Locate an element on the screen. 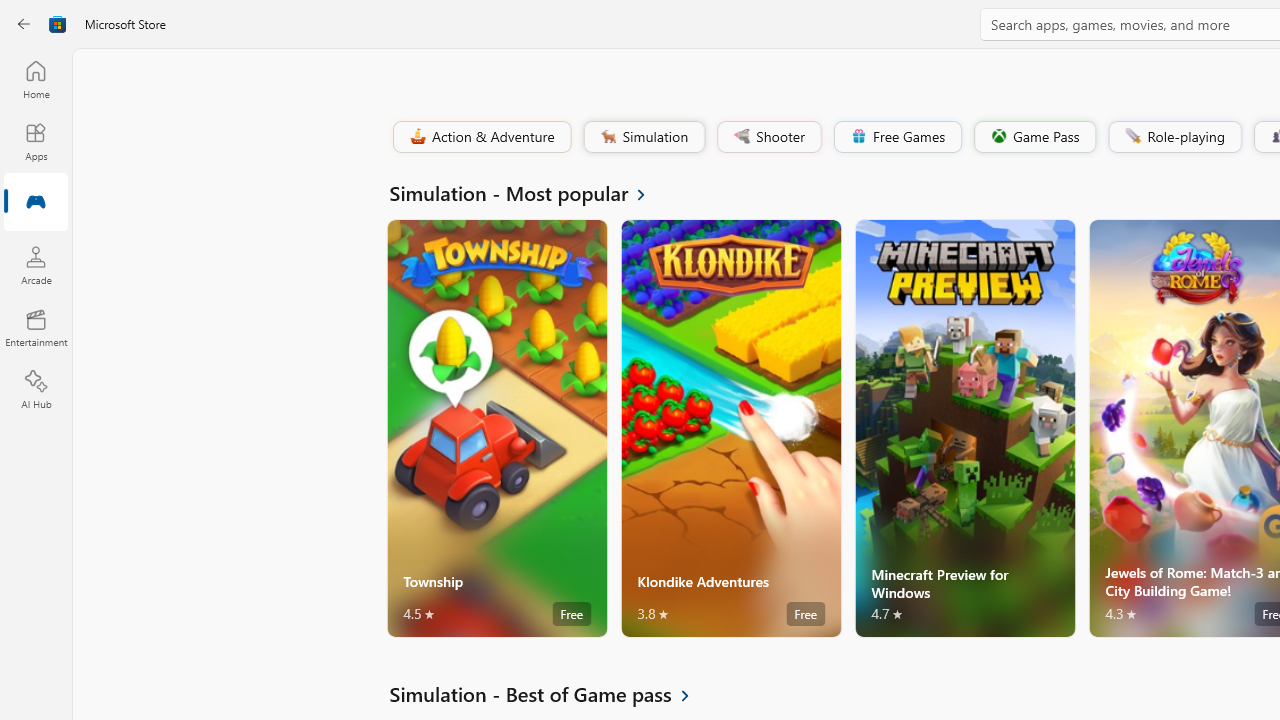 The width and height of the screenshot is (1280, 720). 'Free Games' is located at coordinates (896, 135).